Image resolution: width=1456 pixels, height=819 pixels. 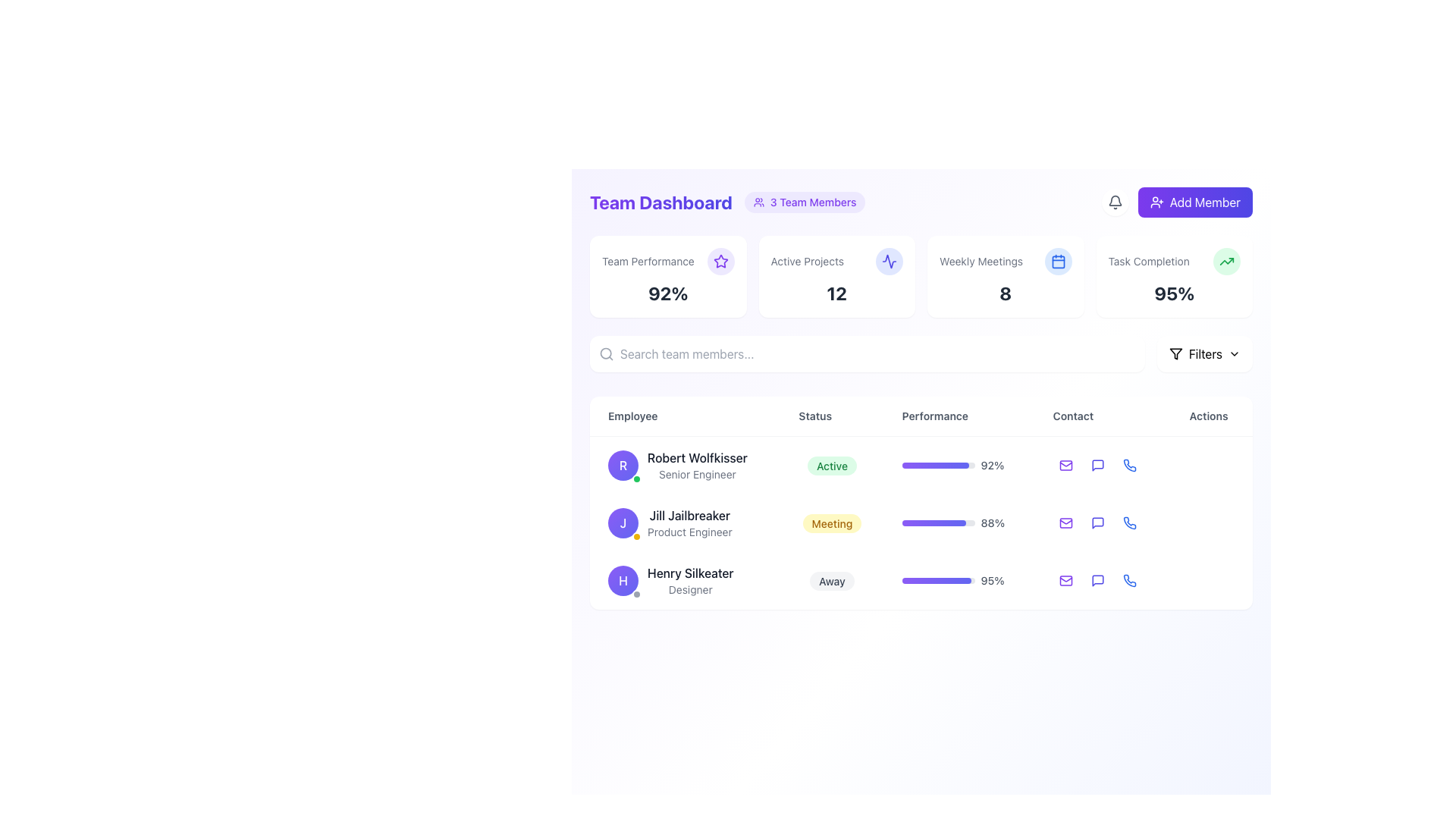 What do you see at coordinates (689, 514) in the screenshot?
I see `the text label displaying 'Jill Jailbreaker' in the second row of the employee list` at bounding box center [689, 514].